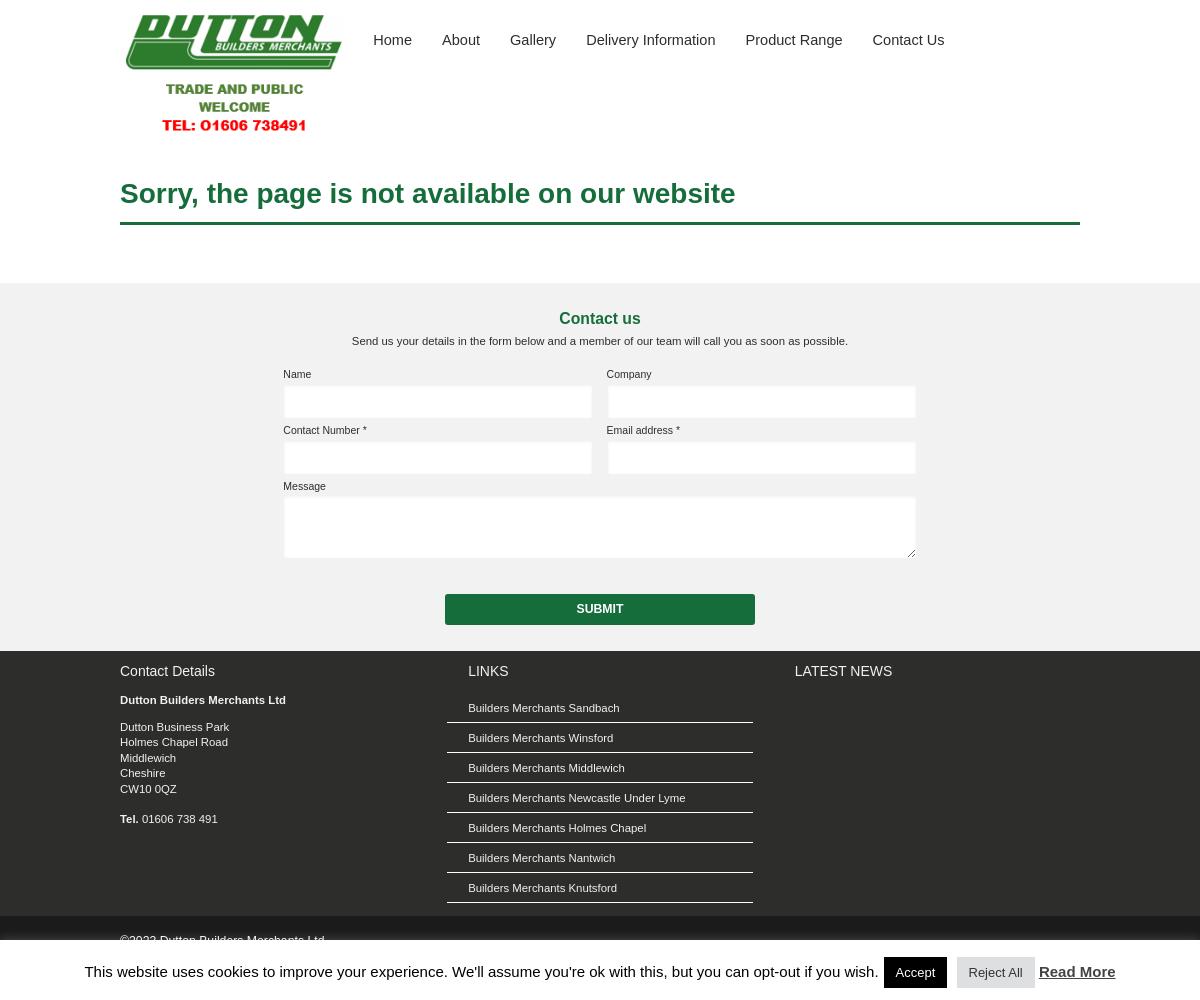  What do you see at coordinates (147, 757) in the screenshot?
I see `'Middlewich'` at bounding box center [147, 757].